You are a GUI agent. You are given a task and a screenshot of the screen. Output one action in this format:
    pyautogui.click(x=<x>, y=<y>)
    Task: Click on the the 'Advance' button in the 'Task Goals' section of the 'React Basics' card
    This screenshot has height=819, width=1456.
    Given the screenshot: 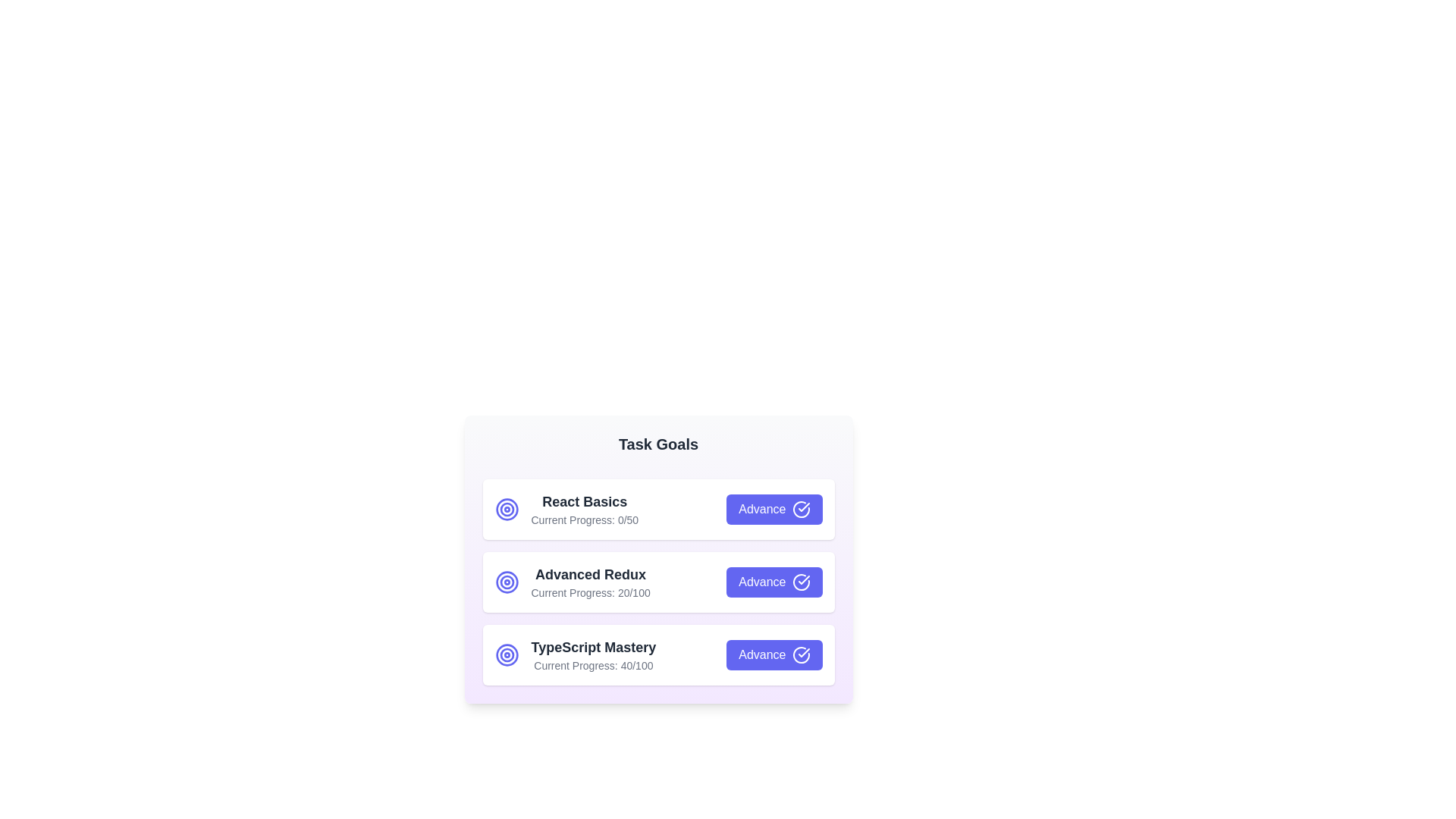 What is the action you would take?
    pyautogui.click(x=774, y=509)
    